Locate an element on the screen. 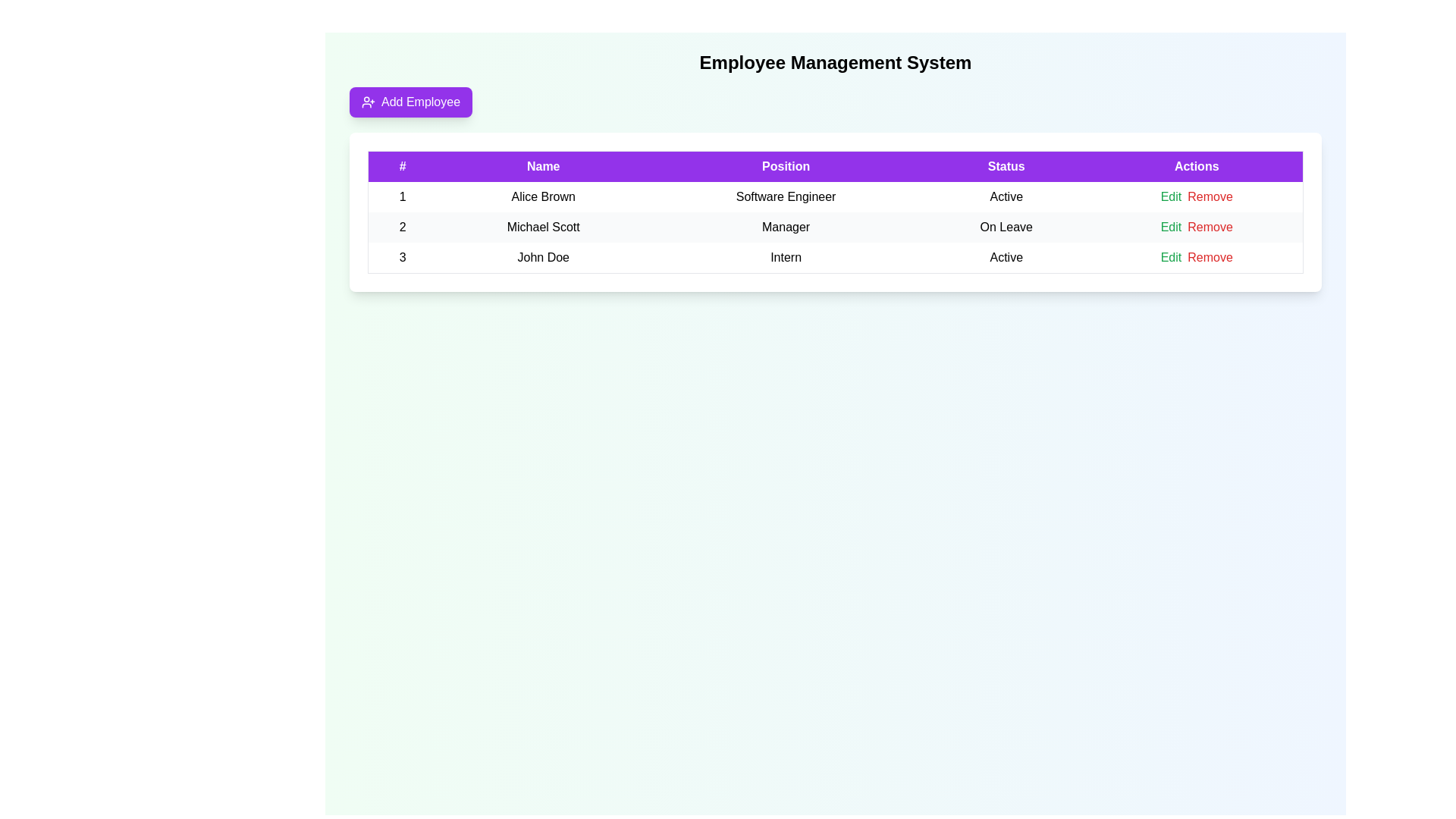 The height and width of the screenshot is (819, 1456). the static text label that serves as an index or serial number for the row corresponding to 'Alice Brown' in the table is located at coordinates (402, 196).